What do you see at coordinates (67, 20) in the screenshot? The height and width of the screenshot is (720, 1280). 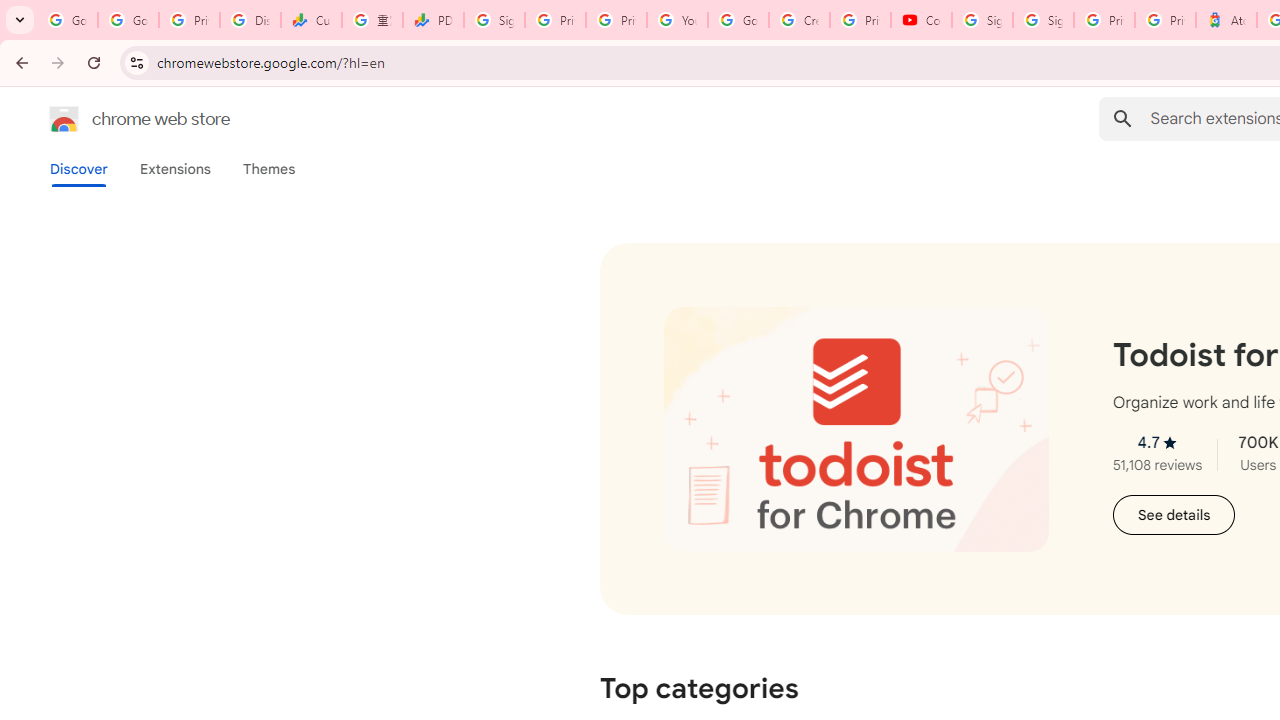 I see `'Google Workspace Admin Community'` at bounding box center [67, 20].